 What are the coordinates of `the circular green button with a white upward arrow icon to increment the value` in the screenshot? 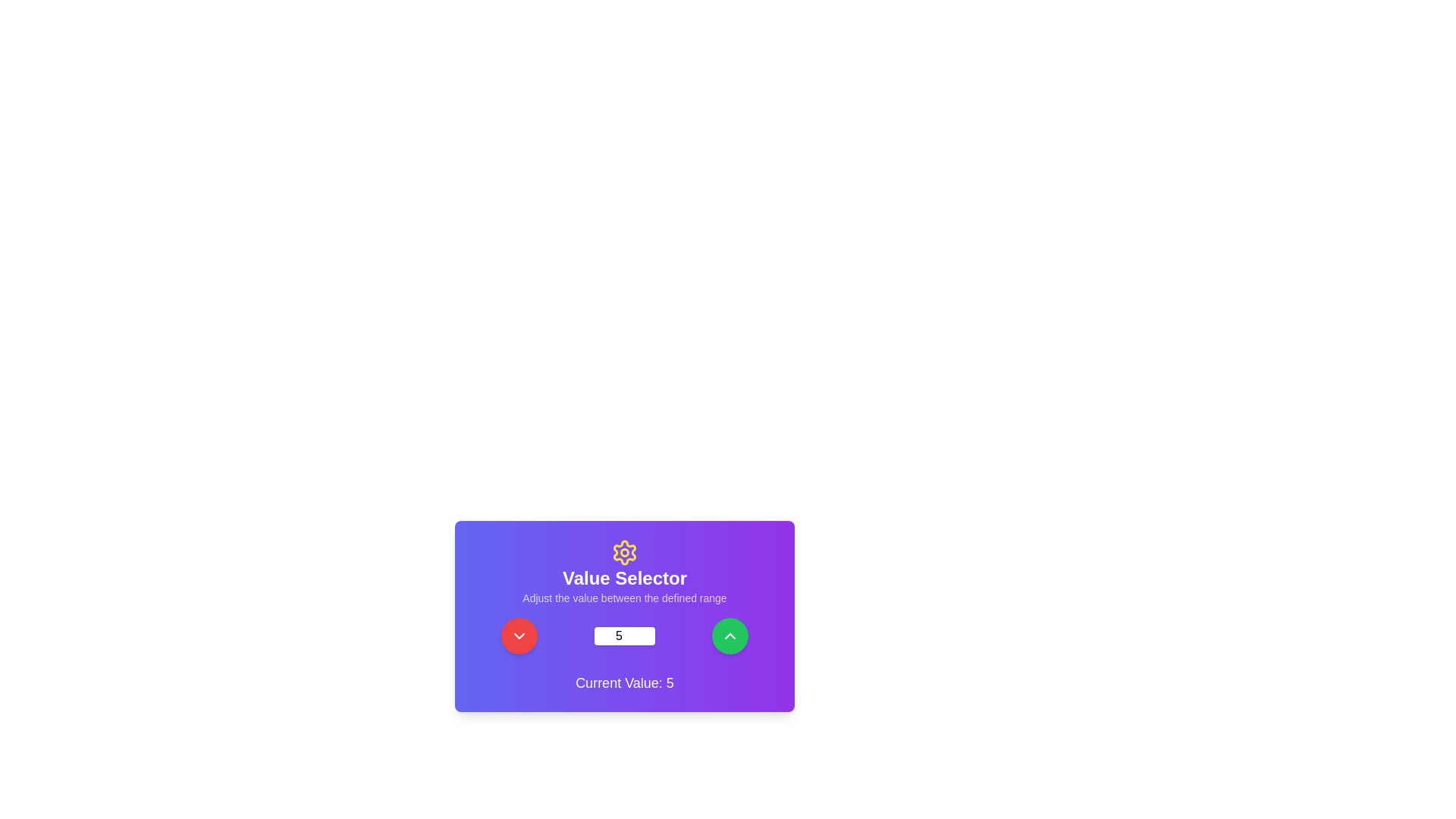 It's located at (730, 636).